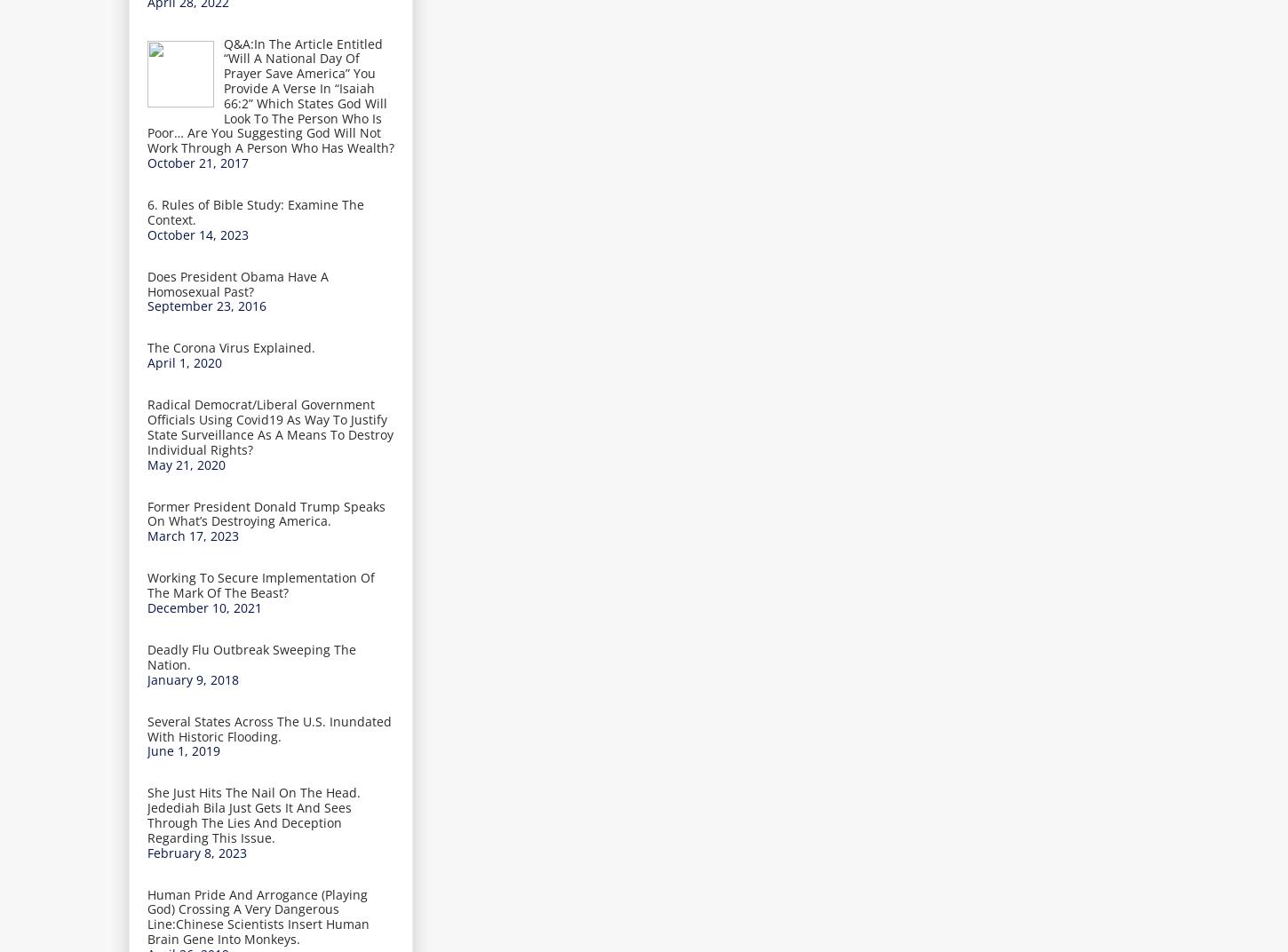  I want to click on 'She Just Hits The Nail On The Head. Jedediah Bila Just Gets It And Sees Through The Lies And Deception Regarding This Issue.', so click(253, 814).